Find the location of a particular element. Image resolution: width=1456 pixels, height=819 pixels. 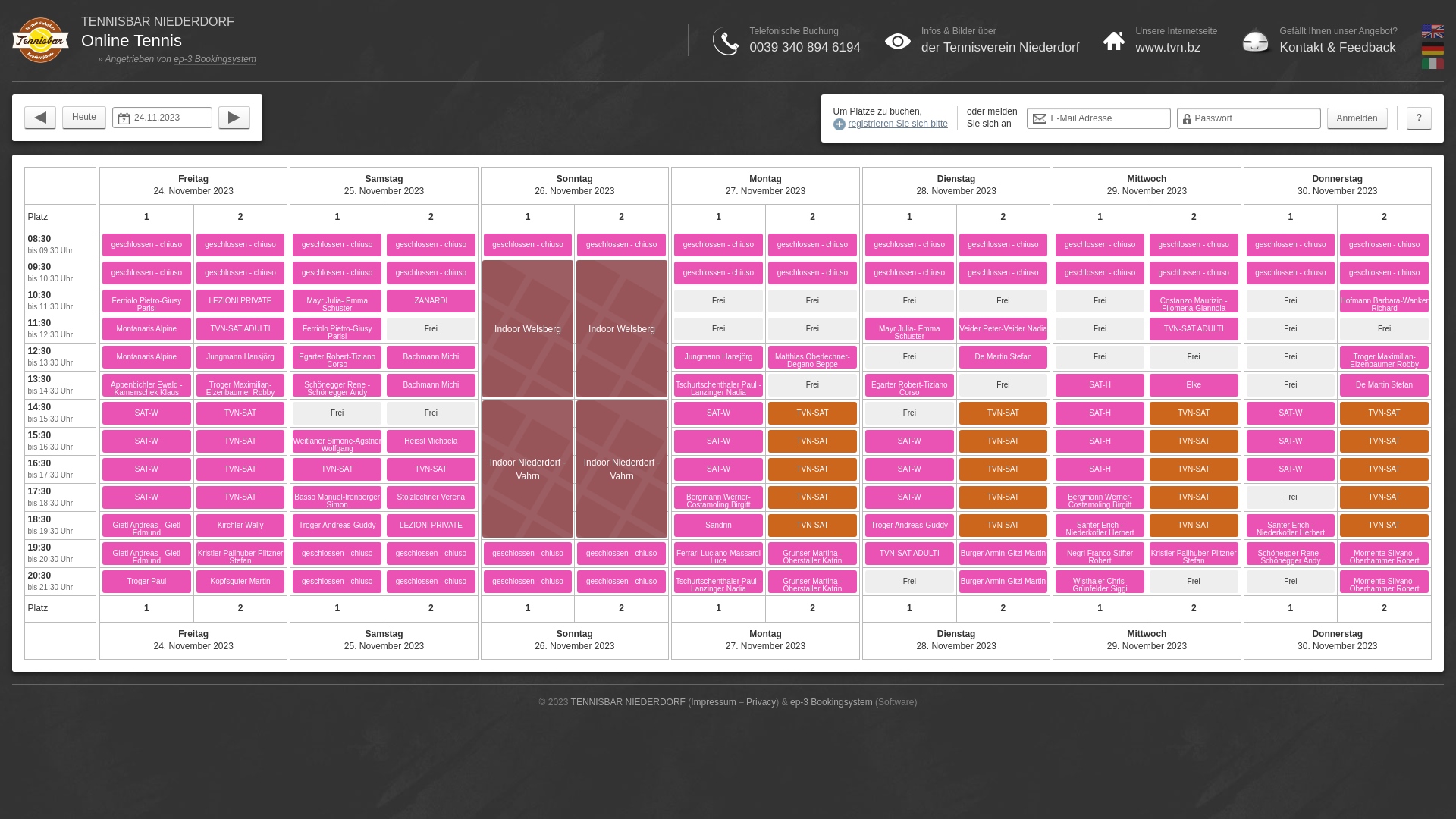

'Ferrari Luciano-Massardi Luca' is located at coordinates (717, 553).